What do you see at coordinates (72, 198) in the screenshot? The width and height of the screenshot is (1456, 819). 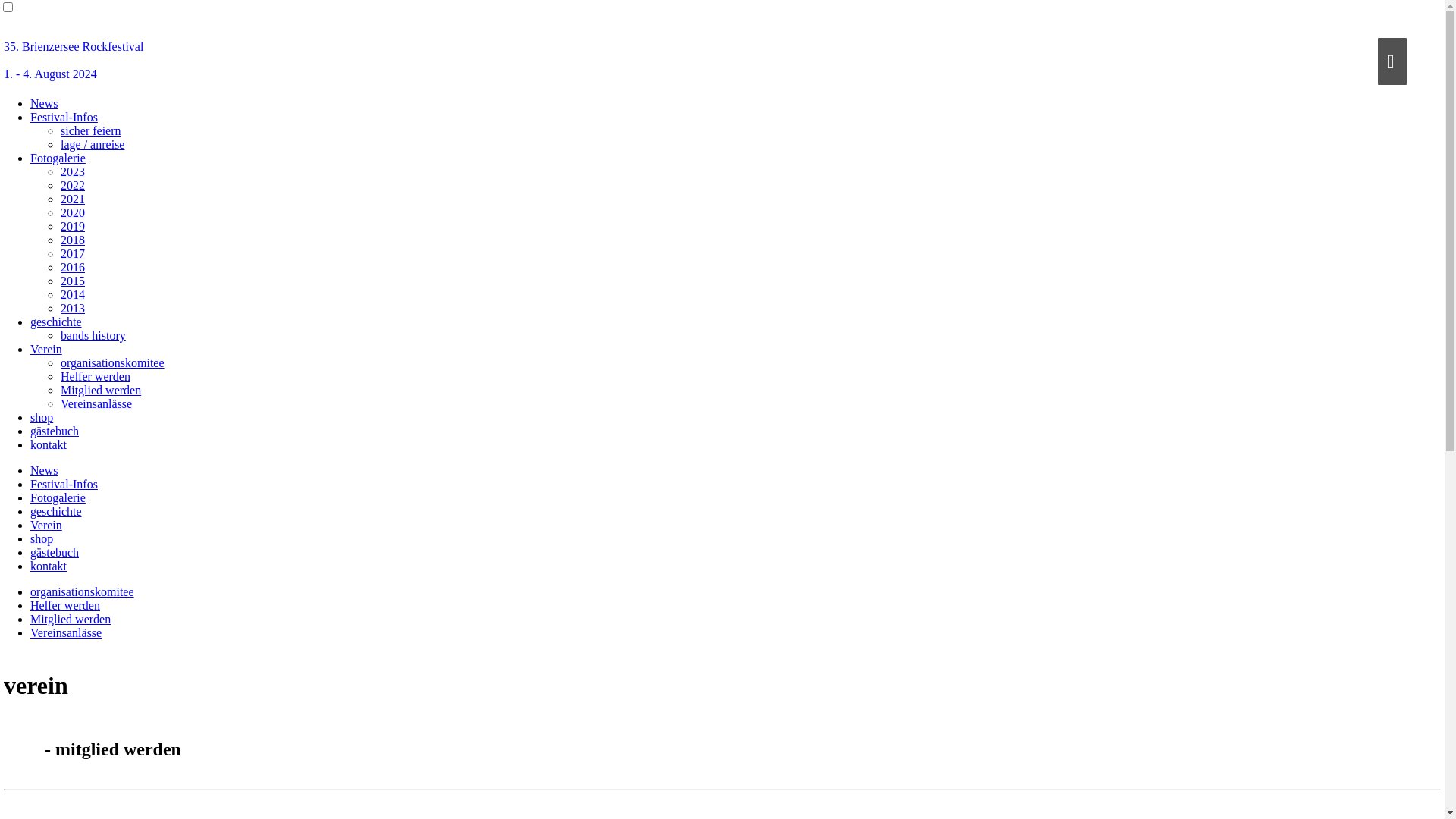 I see `'2021'` at bounding box center [72, 198].